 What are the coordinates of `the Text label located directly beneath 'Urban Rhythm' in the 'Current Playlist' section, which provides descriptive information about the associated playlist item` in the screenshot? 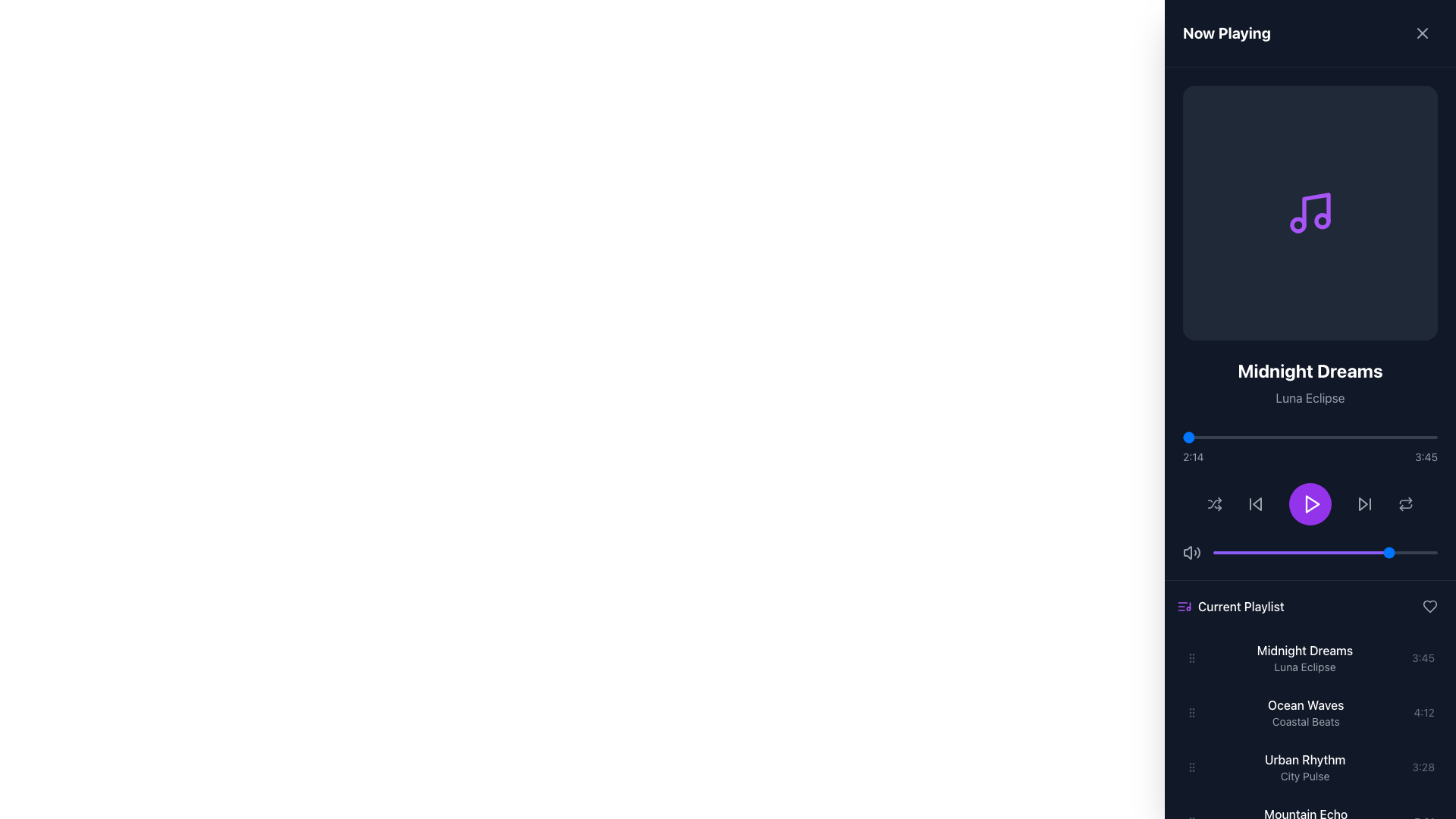 It's located at (1304, 776).